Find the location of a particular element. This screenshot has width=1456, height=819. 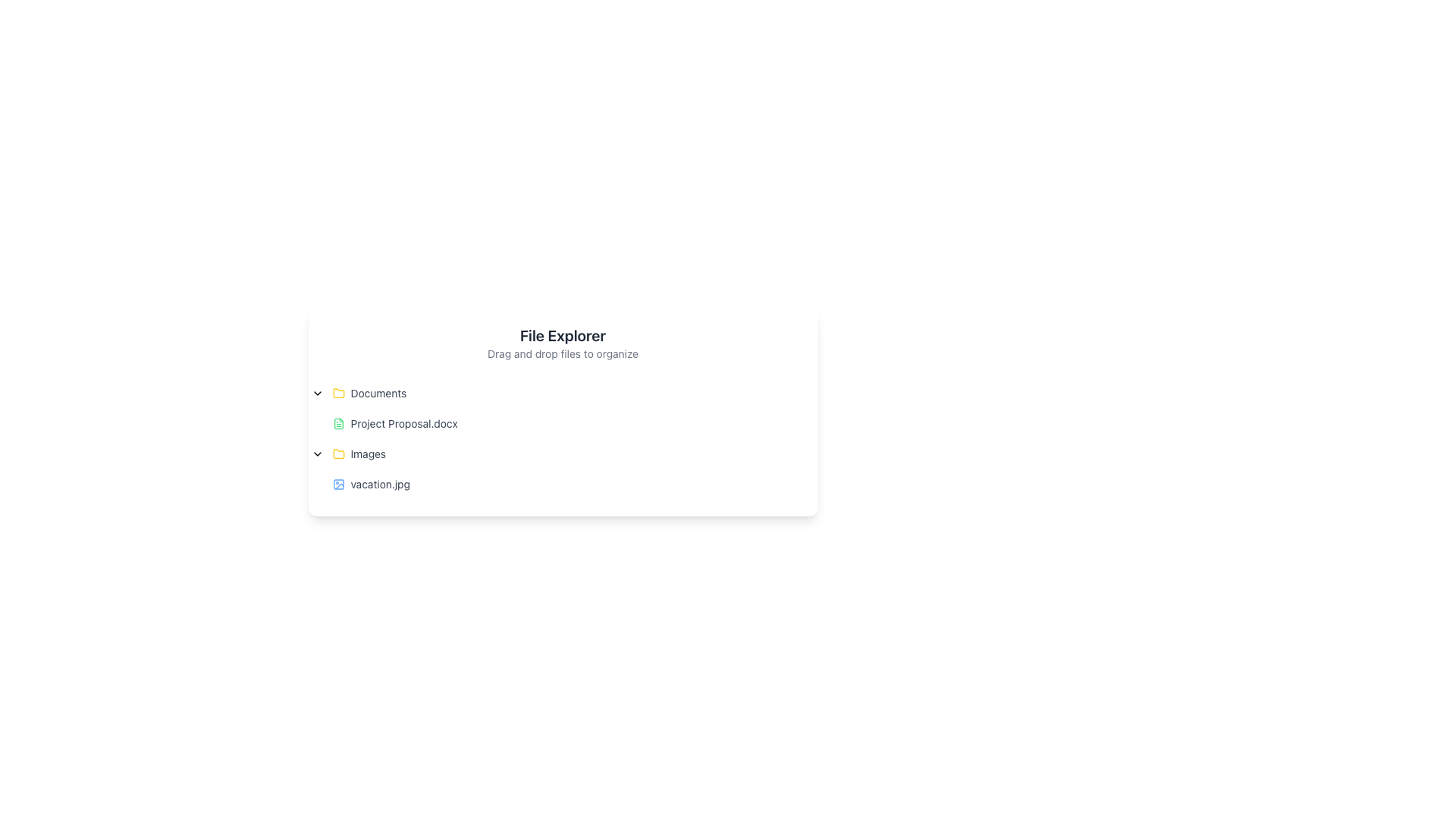

the text label displaying 'vacation.jpg', styled with small gray text, to select it is located at coordinates (380, 485).